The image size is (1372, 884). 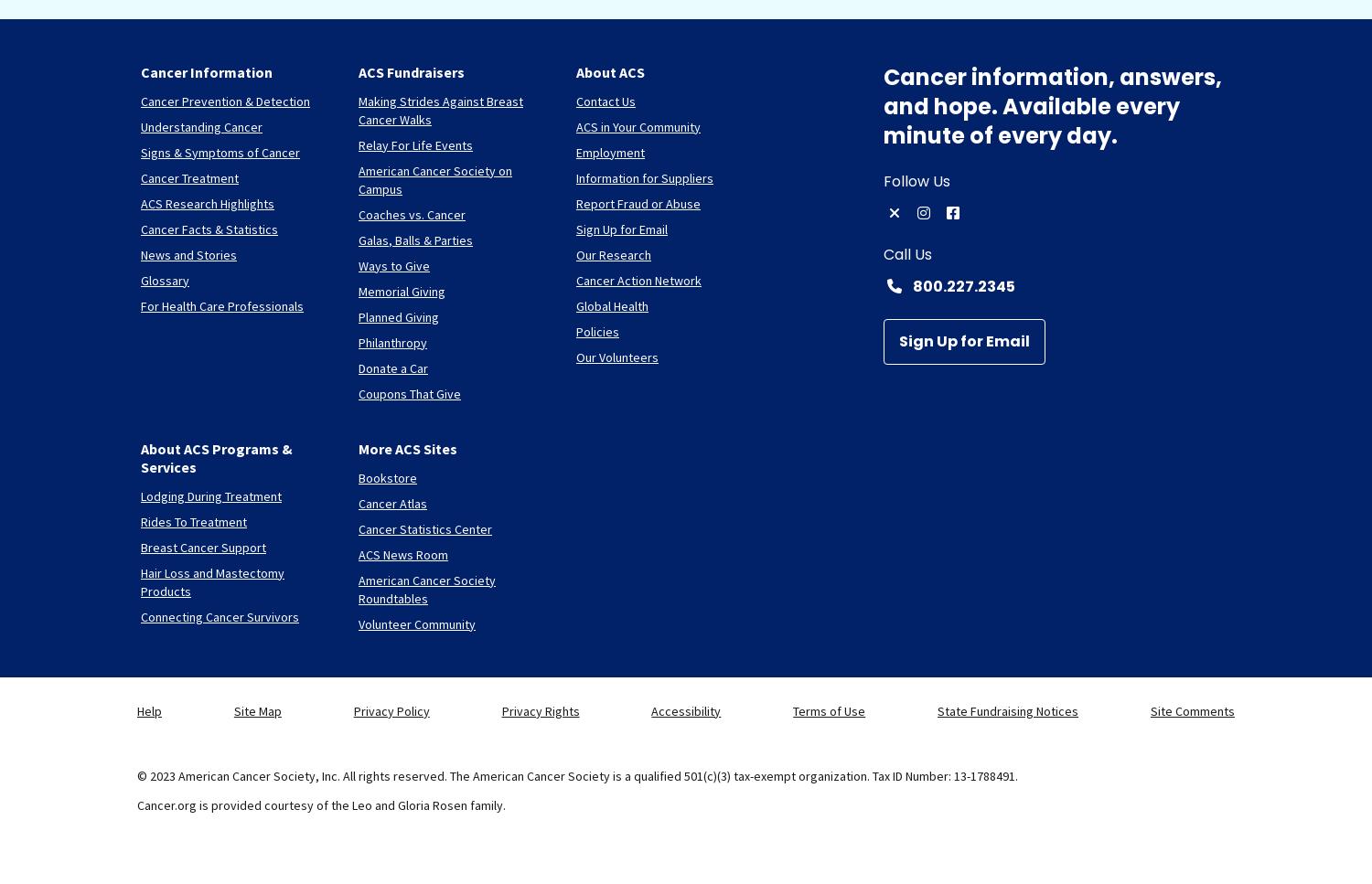 I want to click on 'Donate a Car', so click(x=391, y=367).